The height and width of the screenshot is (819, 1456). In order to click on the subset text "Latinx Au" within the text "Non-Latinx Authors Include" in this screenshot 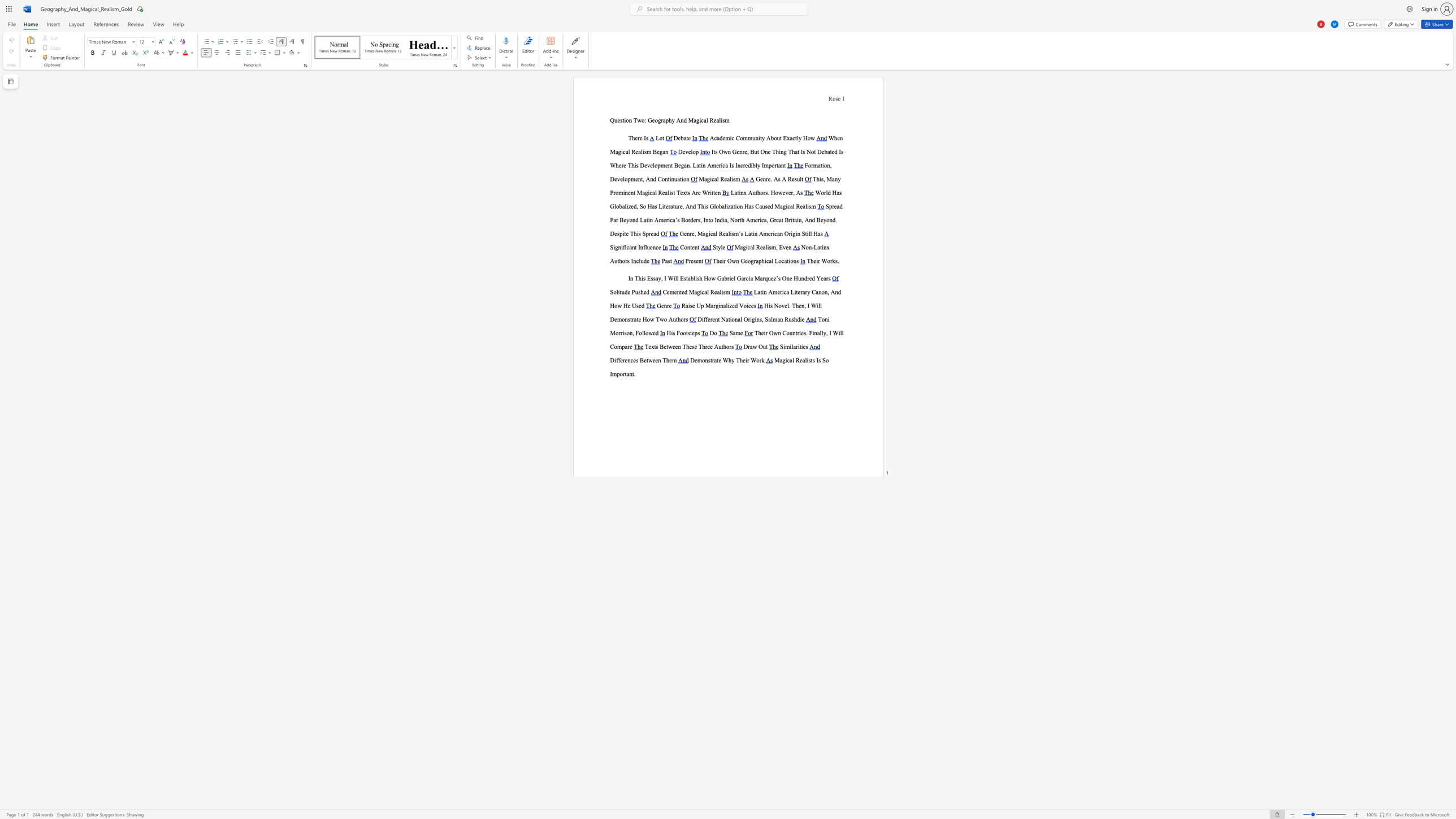, I will do `click(813, 247)`.